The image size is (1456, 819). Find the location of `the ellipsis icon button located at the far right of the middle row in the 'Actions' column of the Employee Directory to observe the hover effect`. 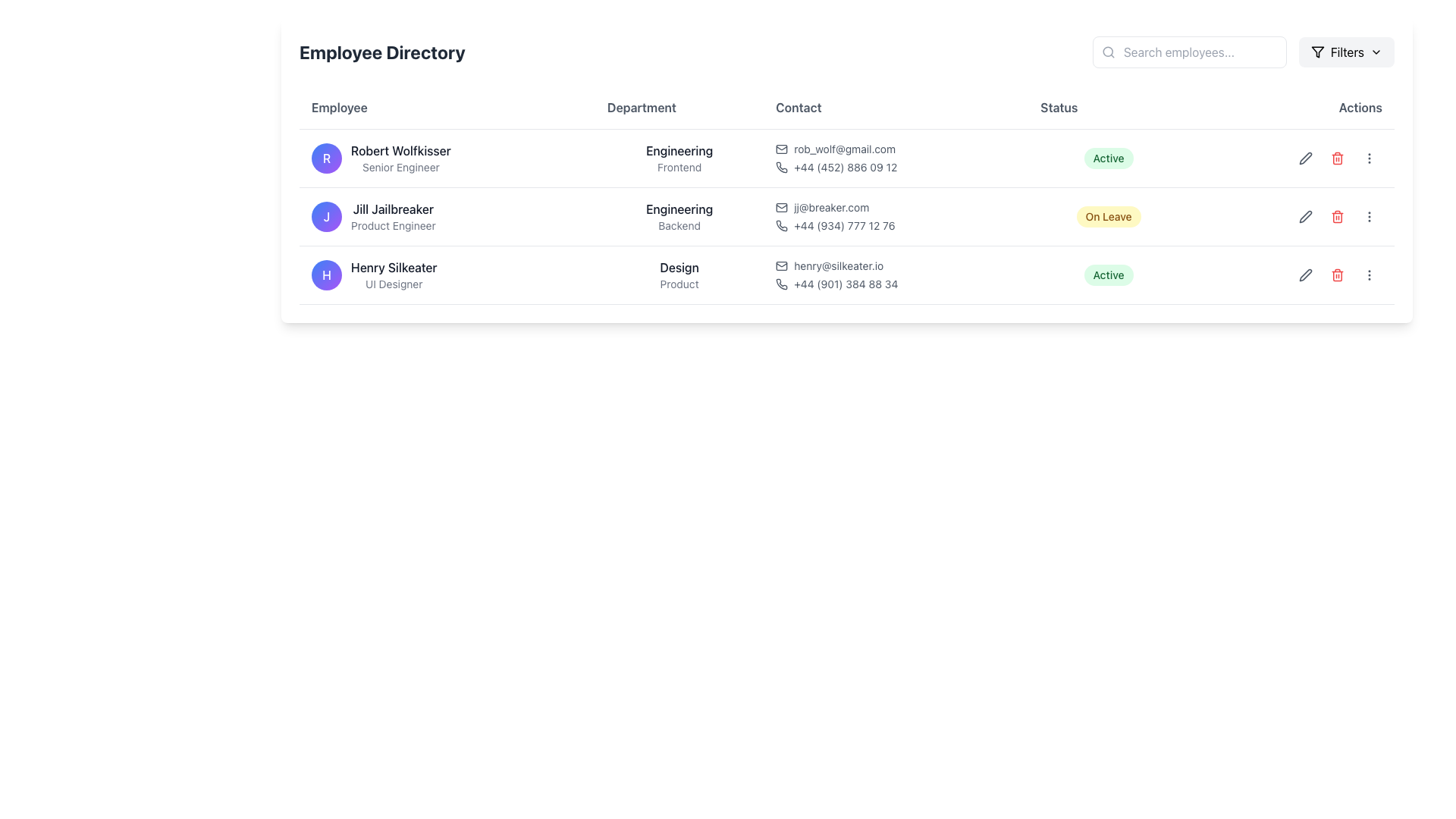

the ellipsis icon button located at the far right of the middle row in the 'Actions' column of the Employee Directory to observe the hover effect is located at coordinates (1369, 216).